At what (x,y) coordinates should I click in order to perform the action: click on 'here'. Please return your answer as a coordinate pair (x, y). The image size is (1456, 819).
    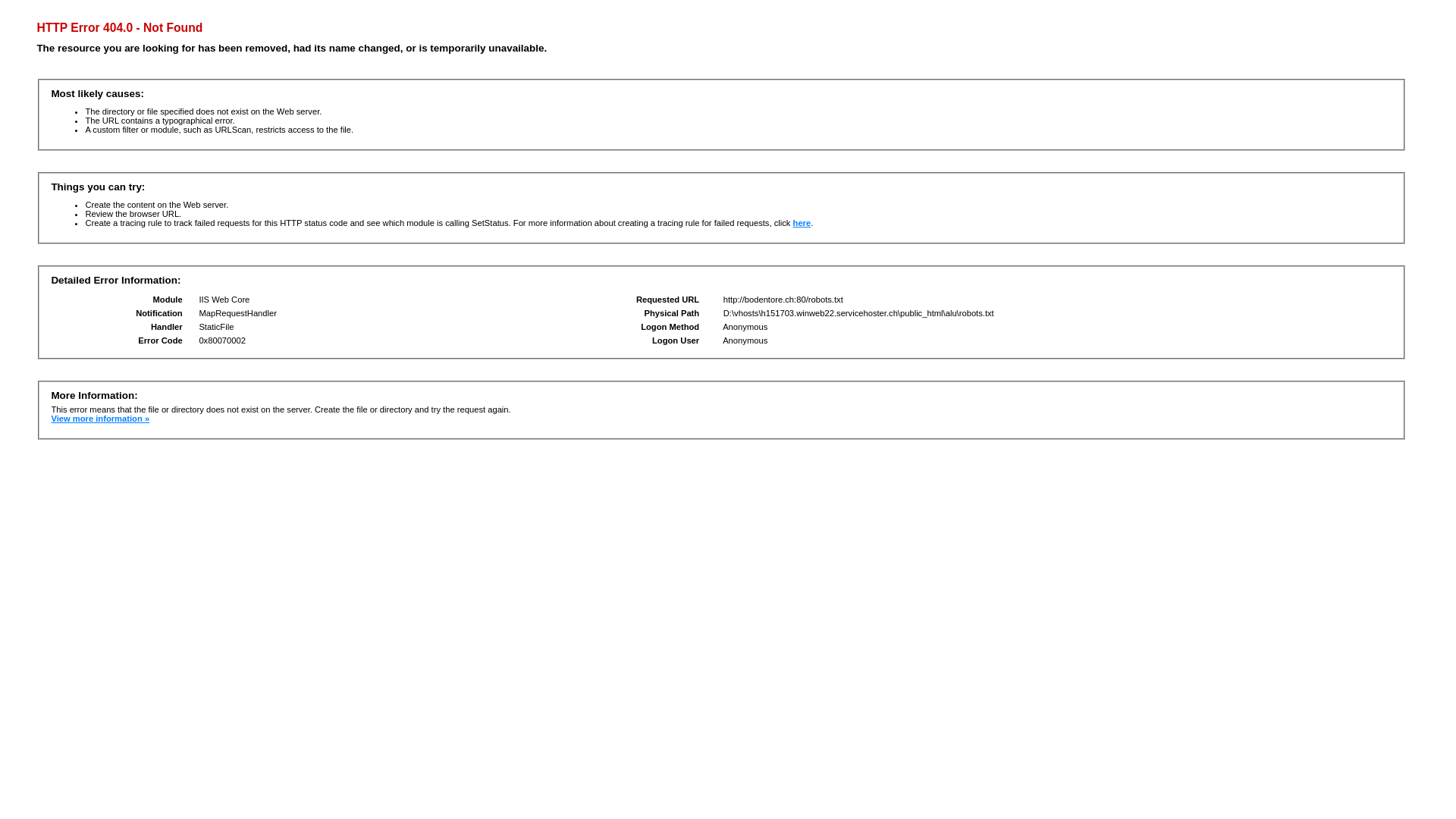
    Looking at the image, I should click on (801, 222).